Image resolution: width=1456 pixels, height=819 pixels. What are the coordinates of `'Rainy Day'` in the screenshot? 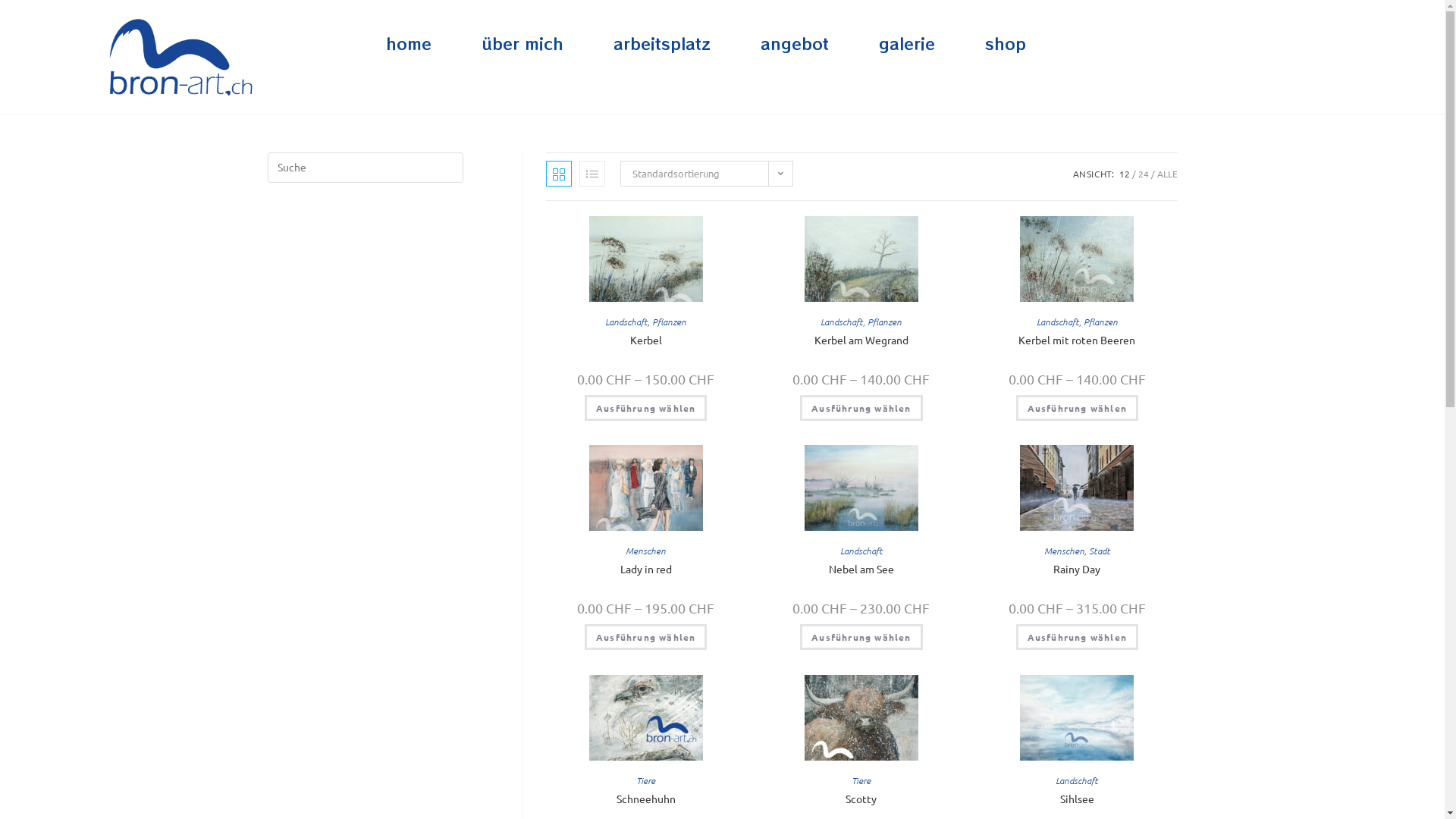 It's located at (1076, 569).